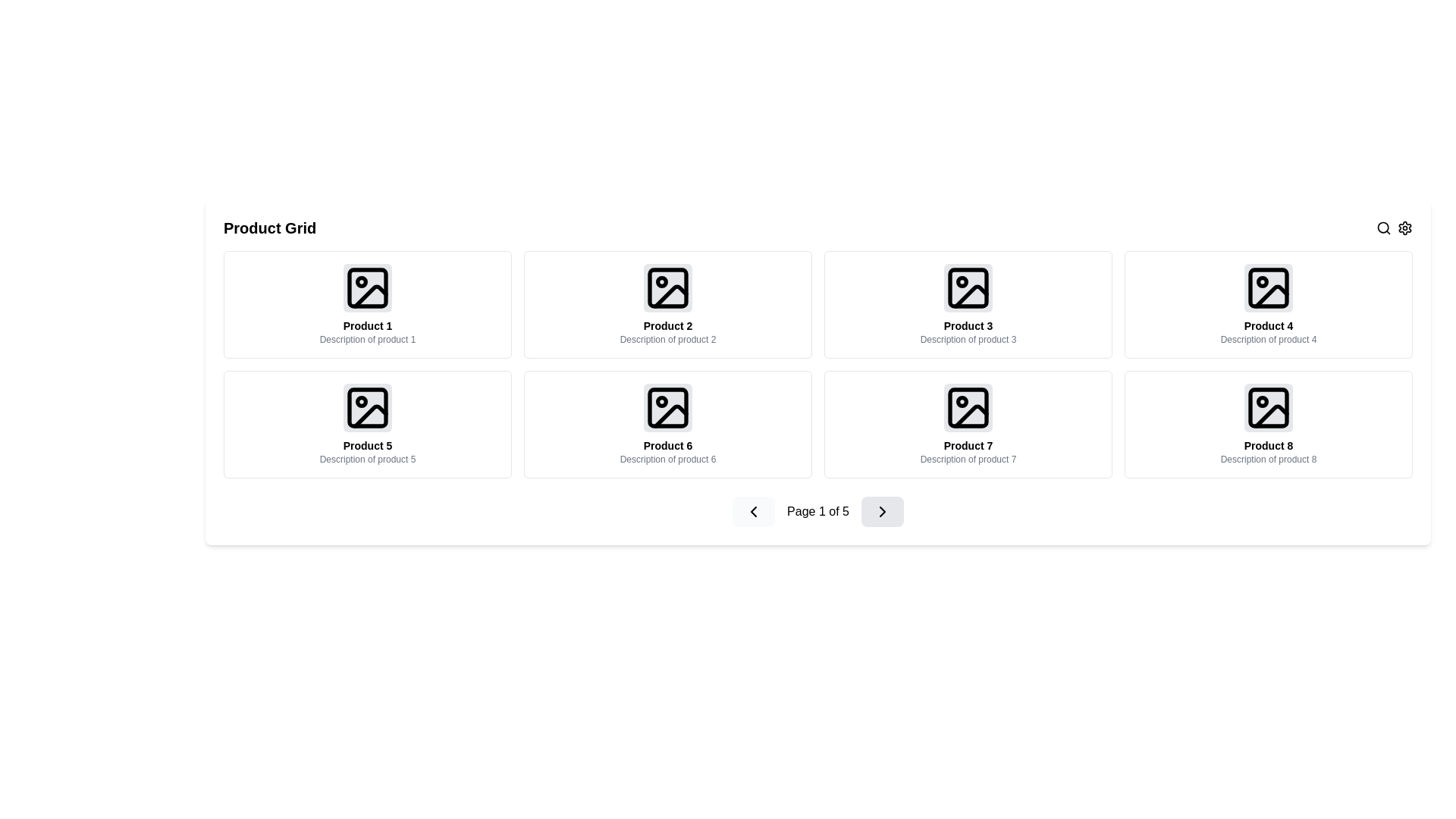 This screenshot has width=1456, height=819. Describe the element at coordinates (367, 424) in the screenshot. I see `the grid item labeled 'Product 5'` at that location.